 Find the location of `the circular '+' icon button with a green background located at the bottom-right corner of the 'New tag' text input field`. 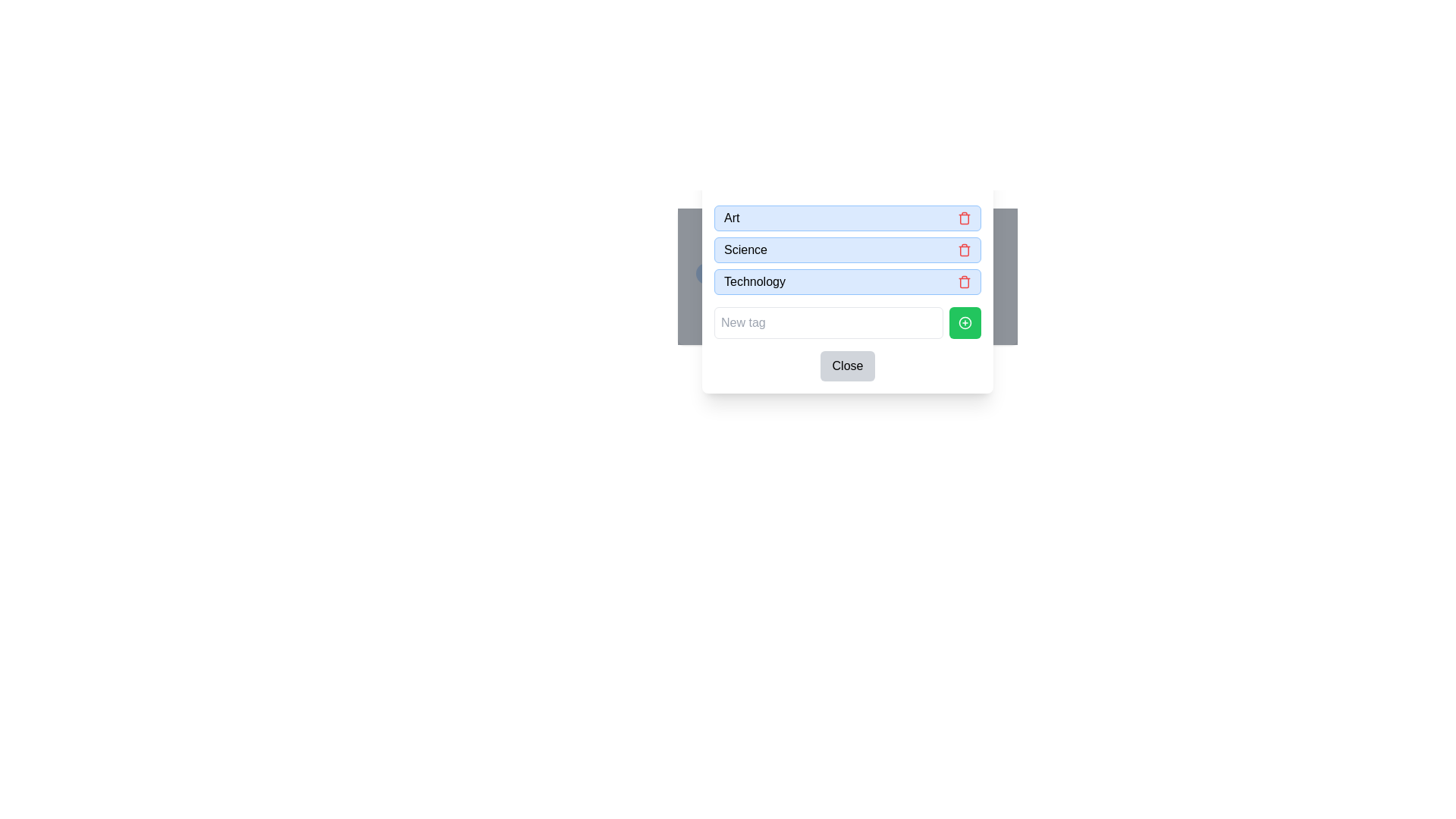

the circular '+' icon button with a green background located at the bottom-right corner of the 'New tag' text input field is located at coordinates (964, 322).